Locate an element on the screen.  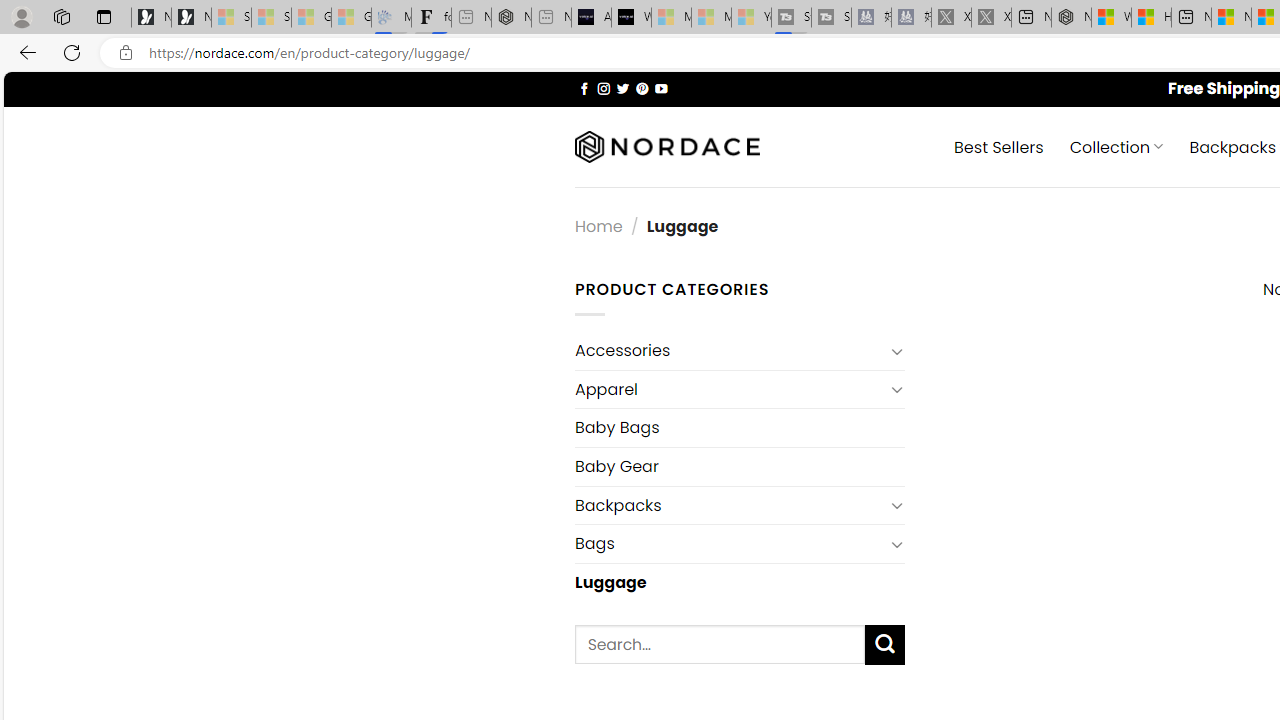
'Accessories' is located at coordinates (728, 350).